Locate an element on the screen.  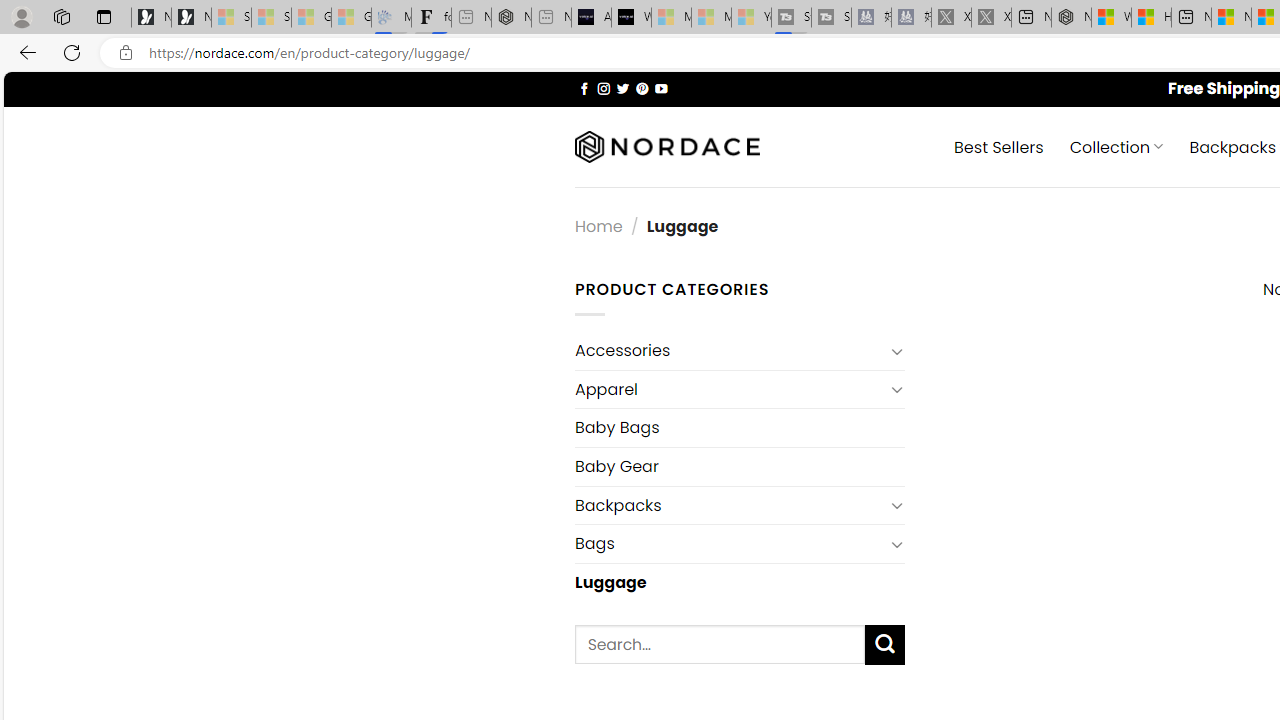
'Accessories' is located at coordinates (728, 350).